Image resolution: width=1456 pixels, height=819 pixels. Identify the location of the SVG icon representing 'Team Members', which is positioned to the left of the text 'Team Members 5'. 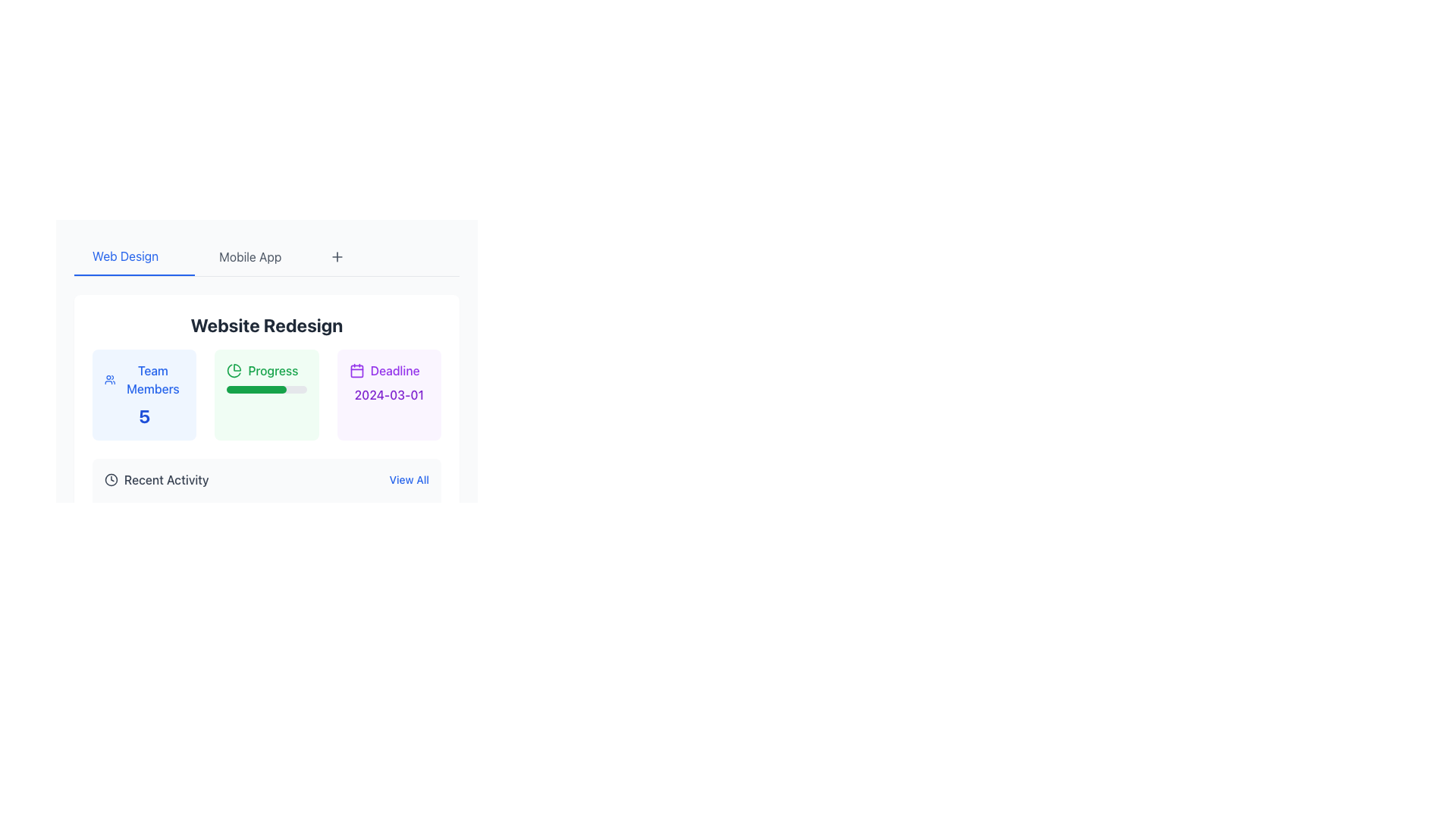
(109, 379).